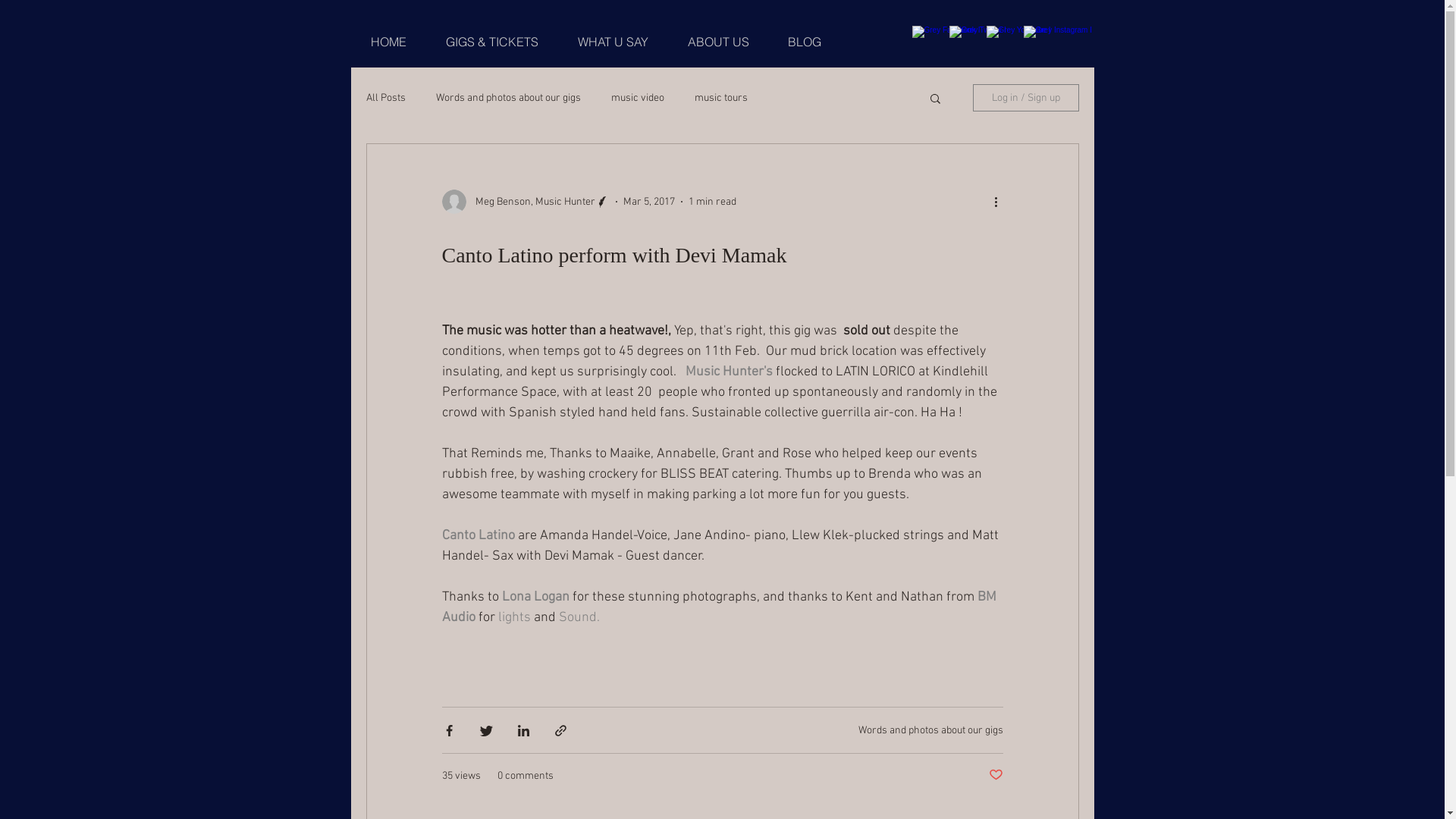 This screenshot has height=819, width=1456. What do you see at coordinates (637, 97) in the screenshot?
I see `'music video'` at bounding box center [637, 97].